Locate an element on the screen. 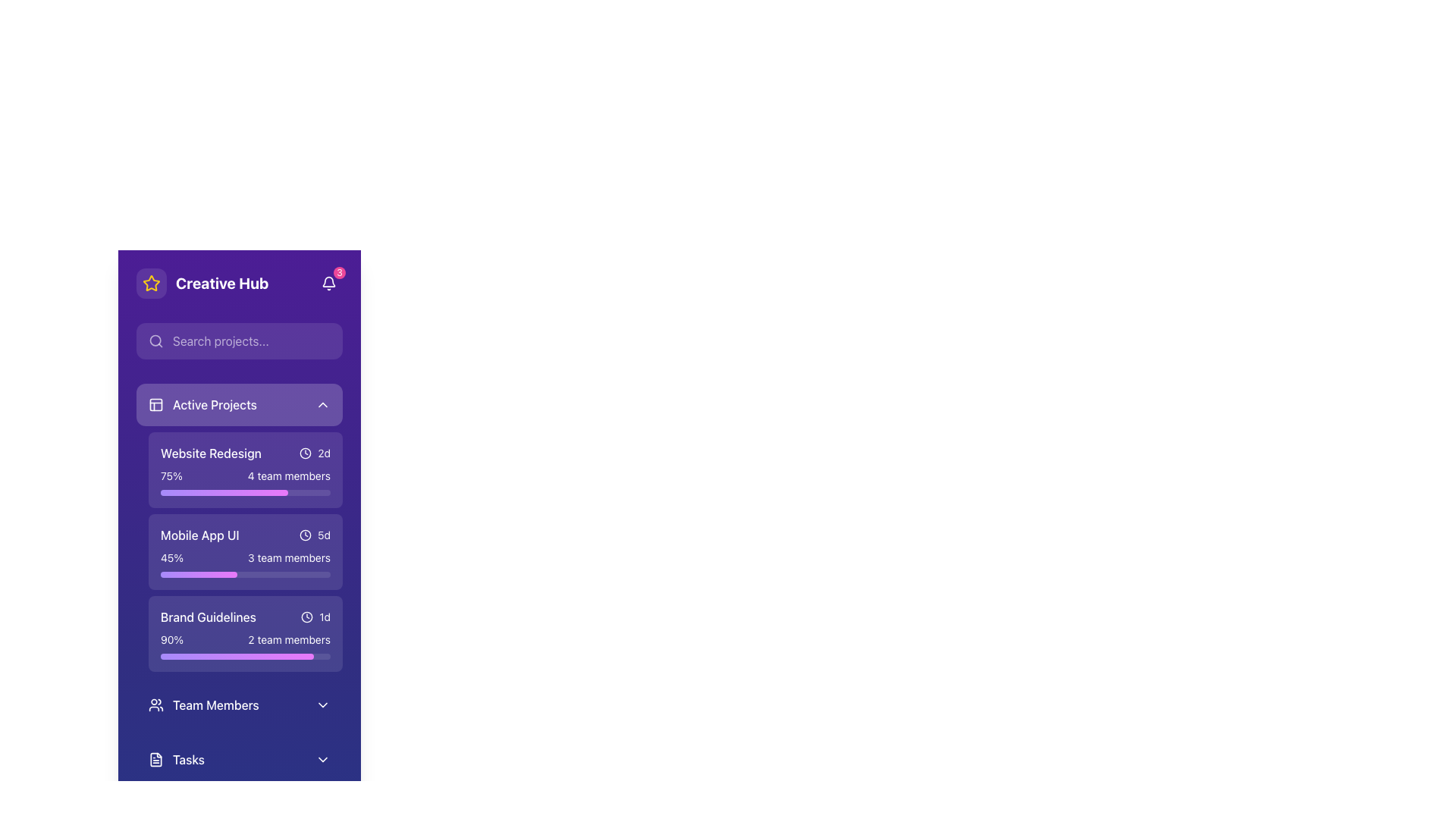 This screenshot has width=1456, height=819. the second Interactive project card in the 'Active Projects' section is located at coordinates (246, 552).